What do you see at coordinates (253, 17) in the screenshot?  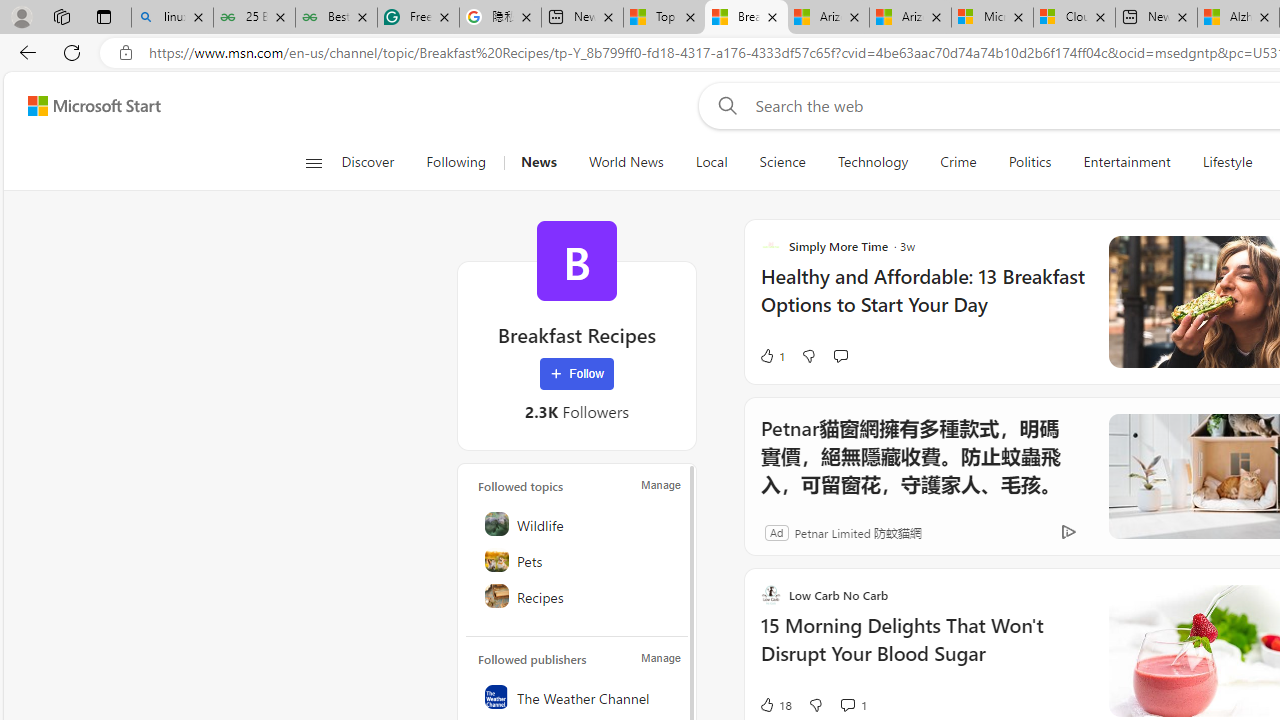 I see `'25 Basic Linux Commands For Beginners - GeeksforGeeks'` at bounding box center [253, 17].